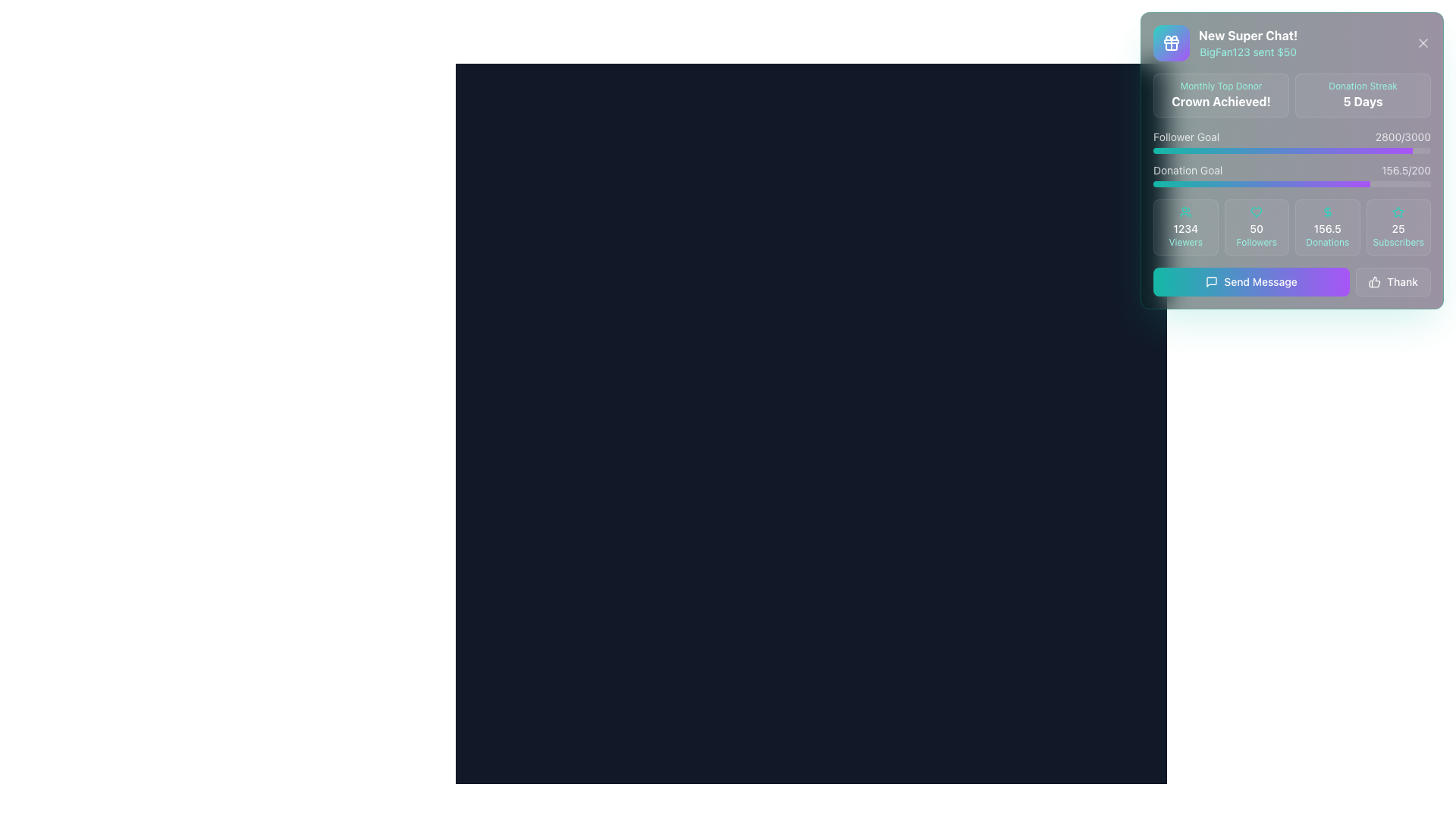 Image resolution: width=1456 pixels, height=819 pixels. I want to click on the third card in the grid layout, which features a dollar sign icon in teal and the text '156.5 Donations' prominently displayed, so click(1326, 227).